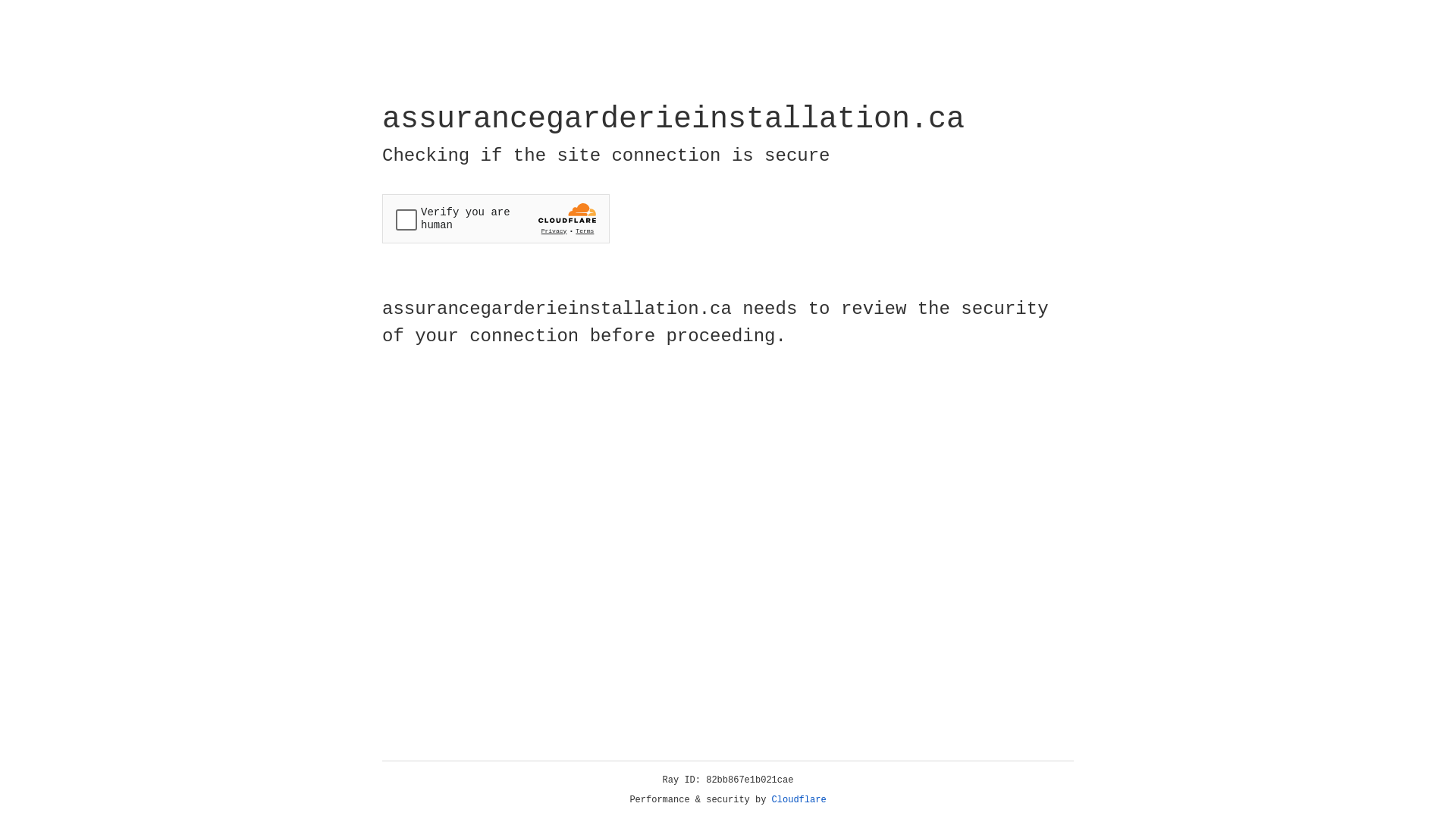 This screenshot has width=1456, height=819. I want to click on 'Cloudflare', so click(799, 799).